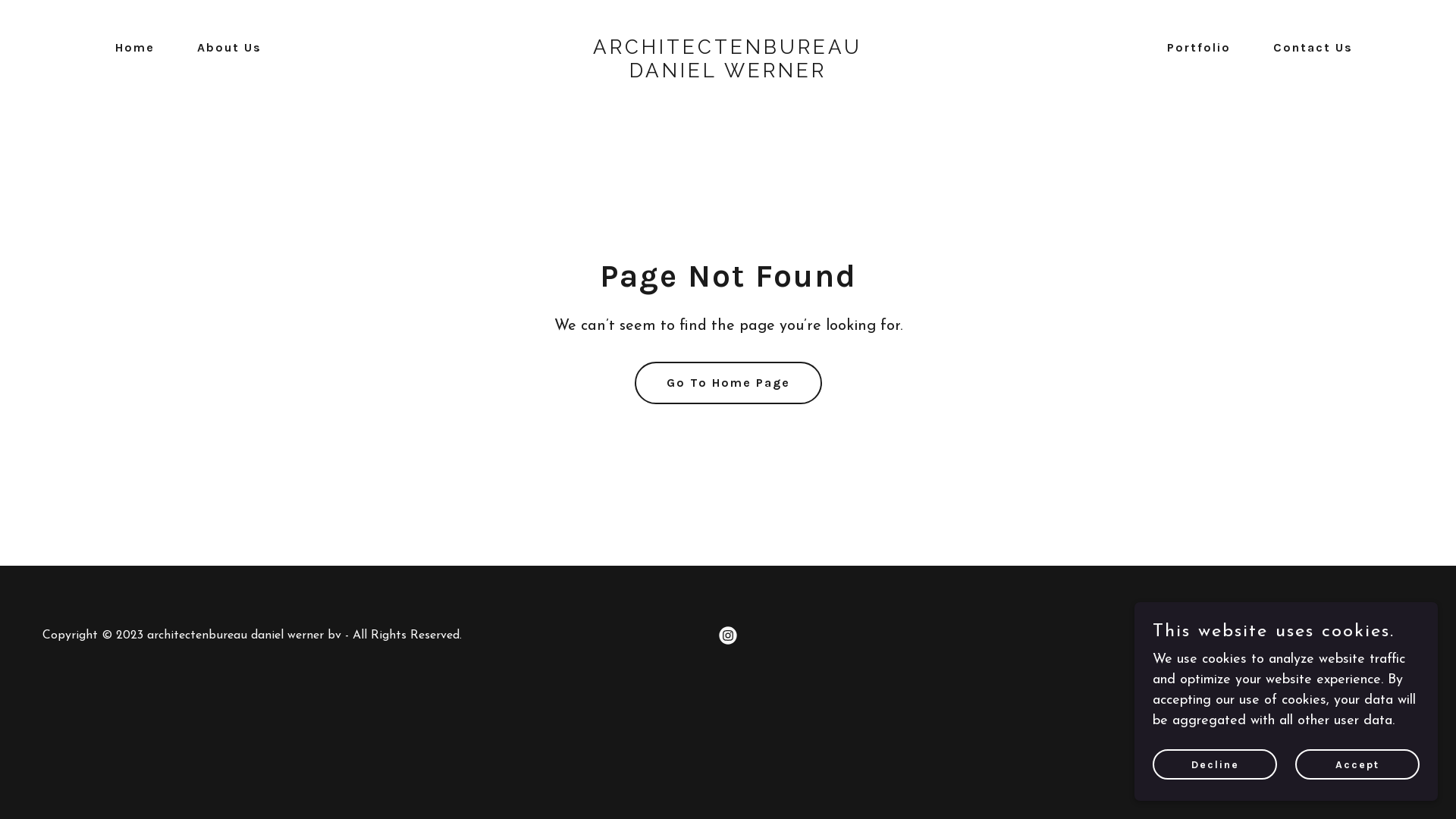 This screenshot has height=819, width=1456. I want to click on 'Home', so click(128, 46).